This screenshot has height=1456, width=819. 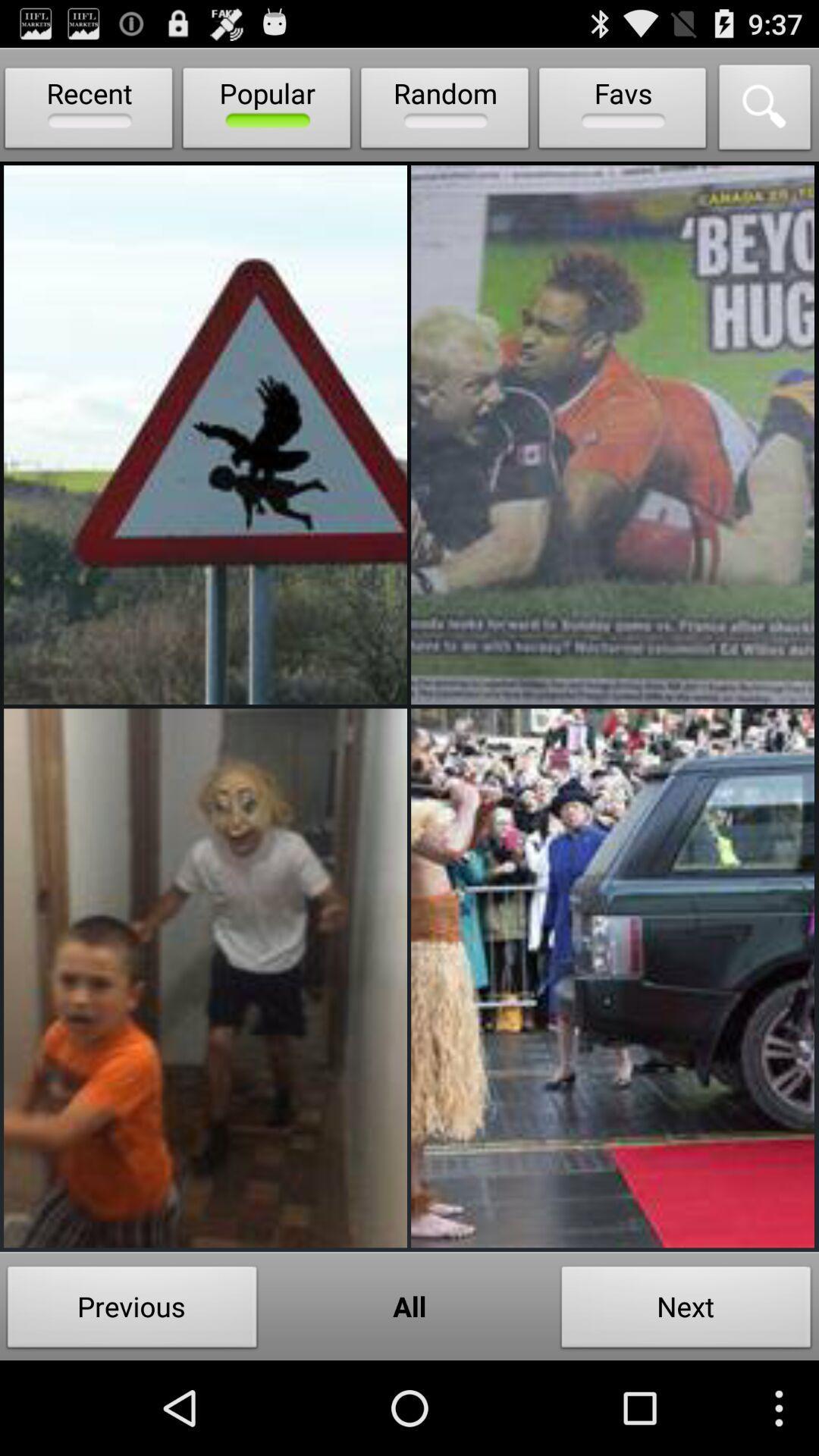 What do you see at coordinates (266, 111) in the screenshot?
I see `popular` at bounding box center [266, 111].